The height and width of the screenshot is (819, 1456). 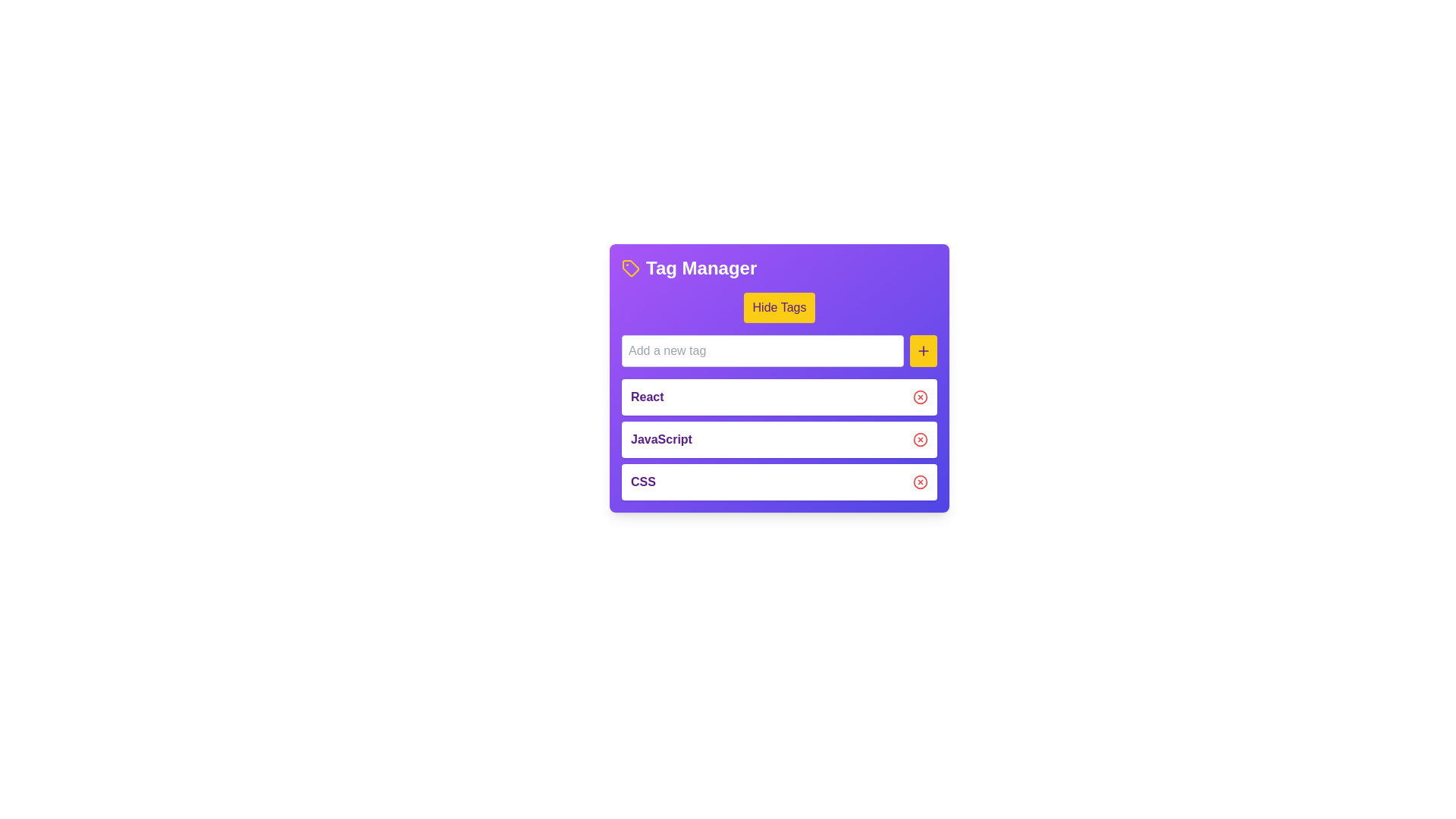 I want to click on the 'React' label text displayed in bold purple font, located in the first row of the list under the 'Tag Manager' pane, so click(x=647, y=397).